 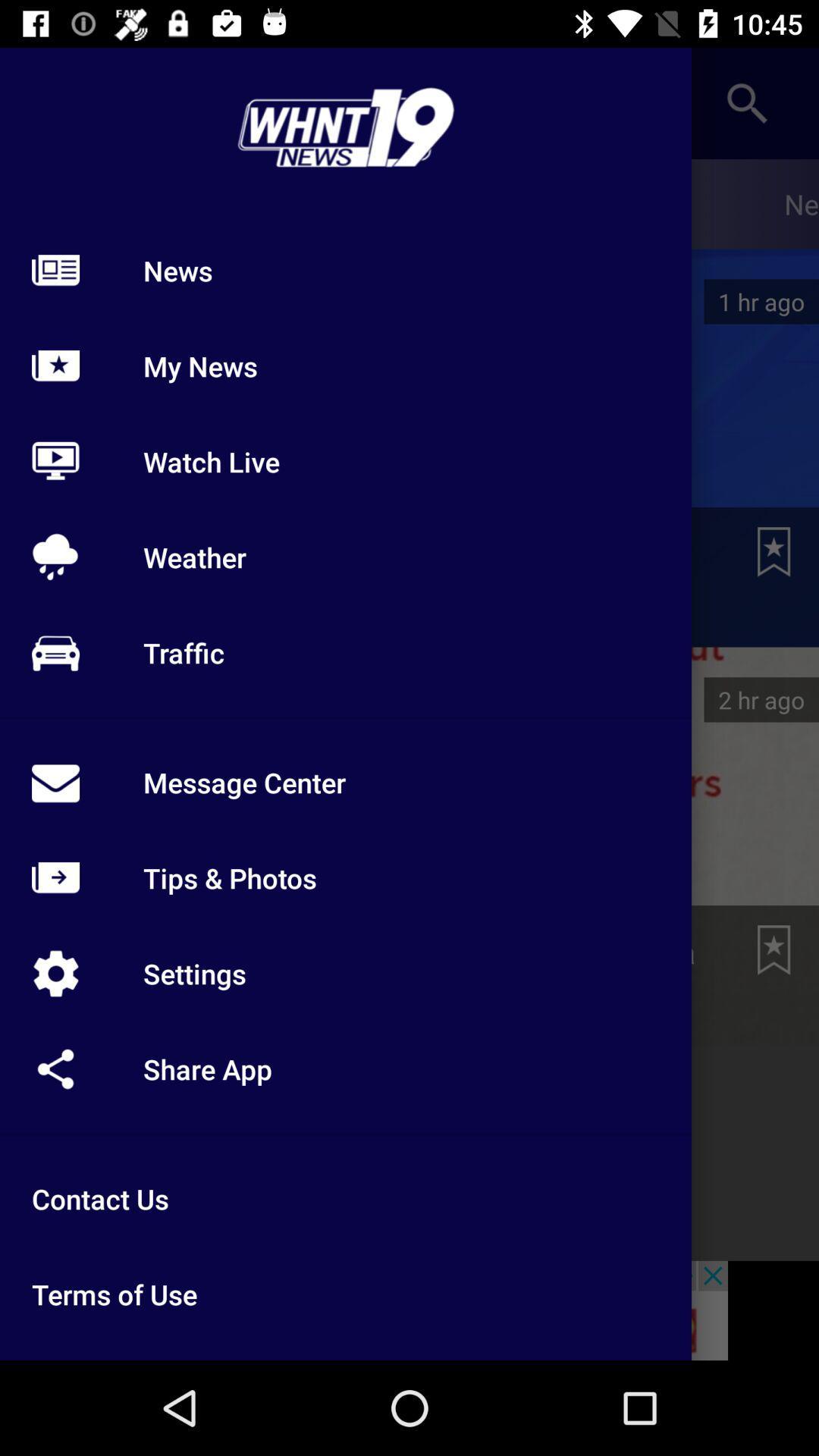 What do you see at coordinates (746, 102) in the screenshot?
I see `the search icon` at bounding box center [746, 102].